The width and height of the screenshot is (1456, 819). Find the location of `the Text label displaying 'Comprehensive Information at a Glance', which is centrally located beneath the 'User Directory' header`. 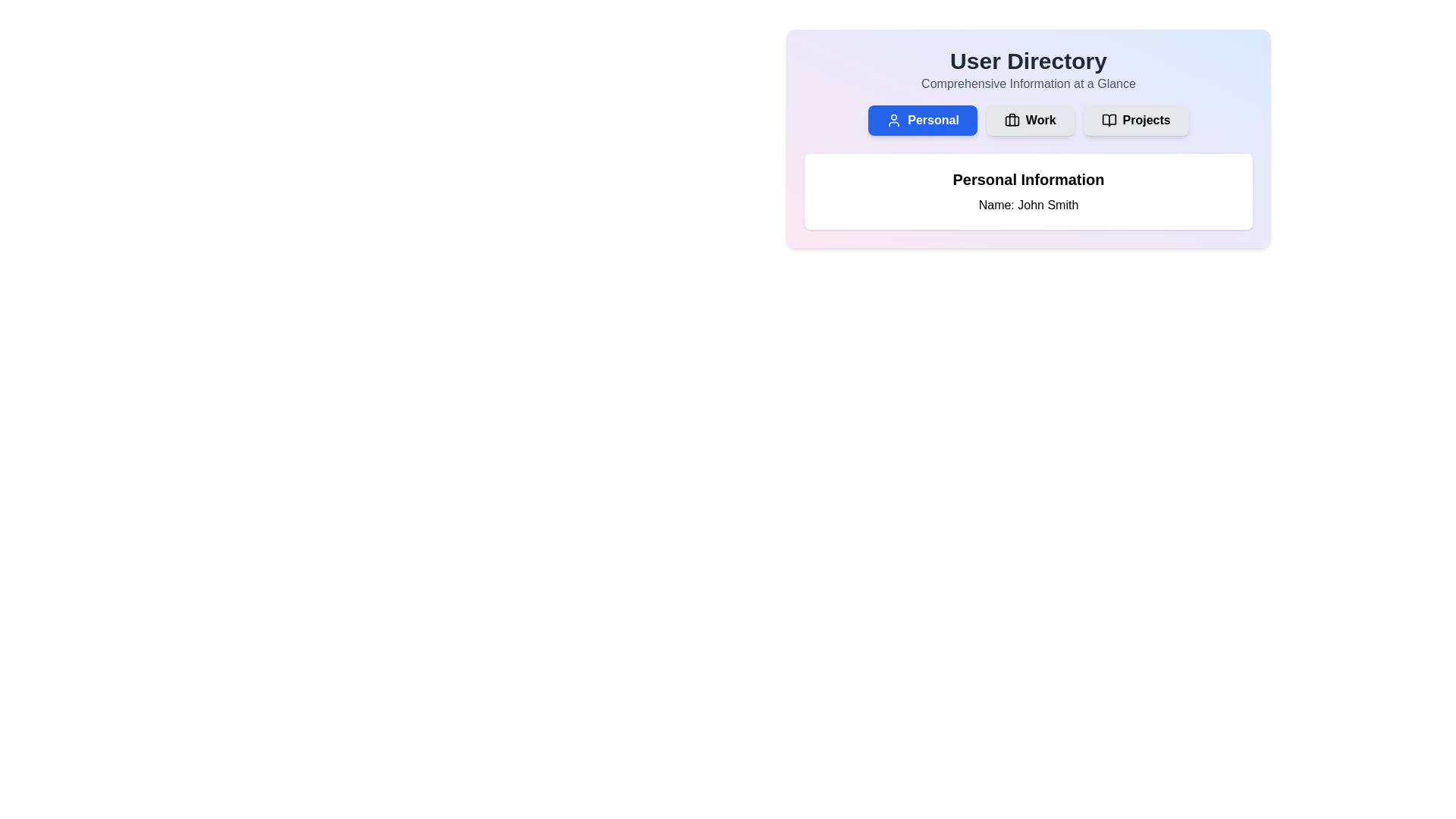

the Text label displaying 'Comprehensive Information at a Glance', which is centrally located beneath the 'User Directory' header is located at coordinates (1028, 84).